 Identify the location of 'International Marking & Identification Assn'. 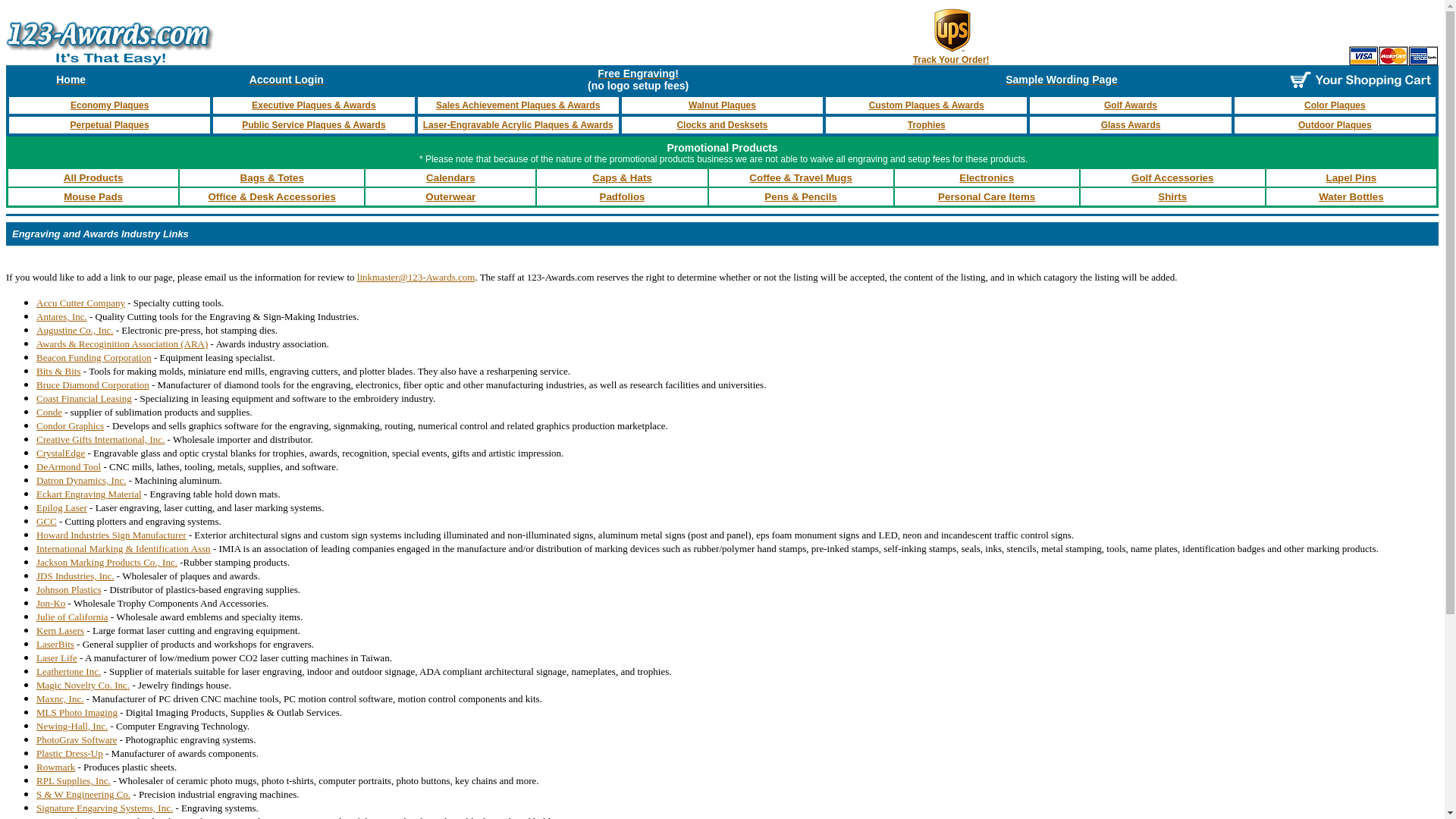
(36, 548).